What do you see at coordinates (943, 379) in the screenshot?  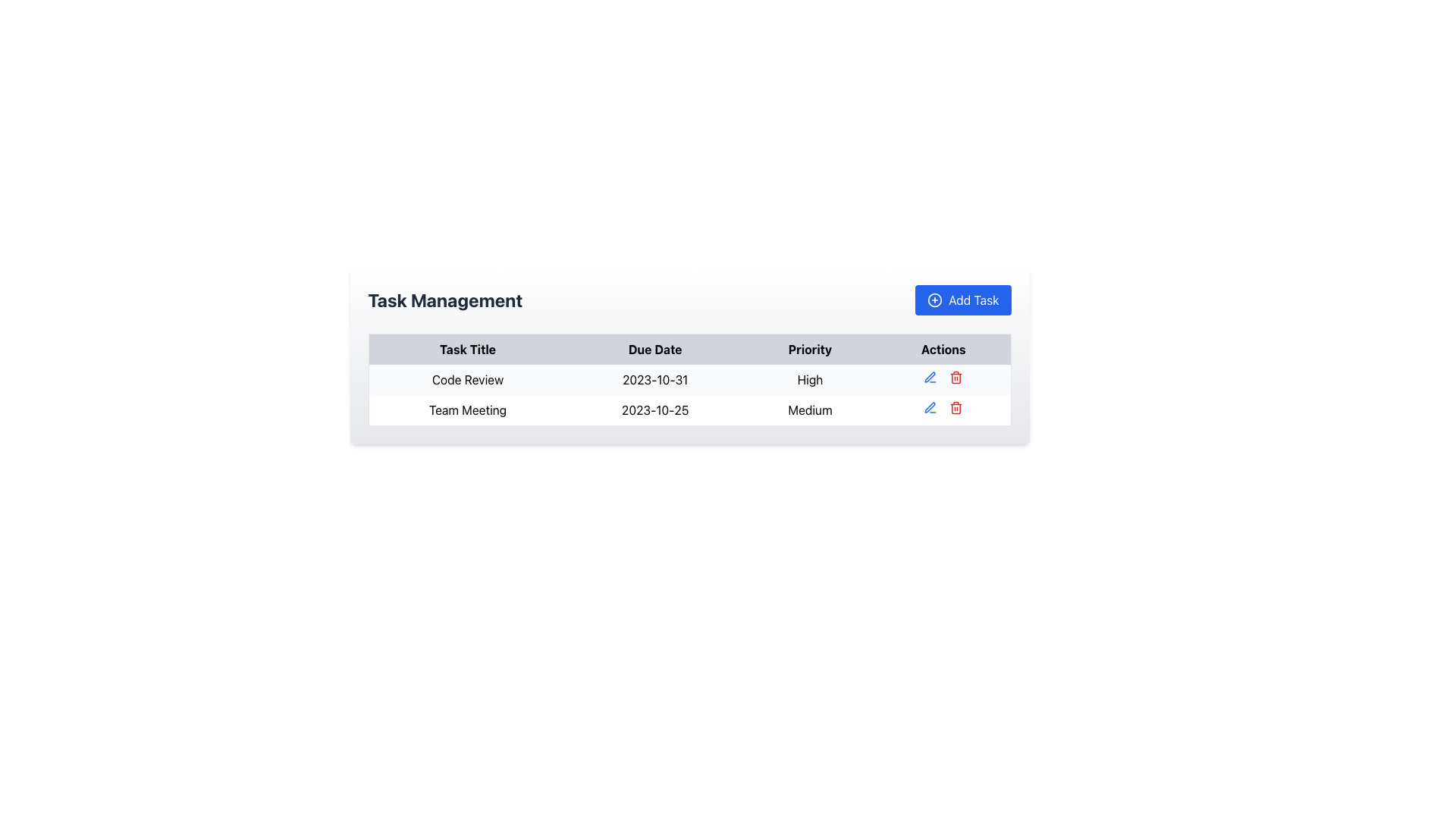 I see `the graphical separator or placeholder element located in the last column of the 'Actions' row within the 'Task Management' table` at bounding box center [943, 379].